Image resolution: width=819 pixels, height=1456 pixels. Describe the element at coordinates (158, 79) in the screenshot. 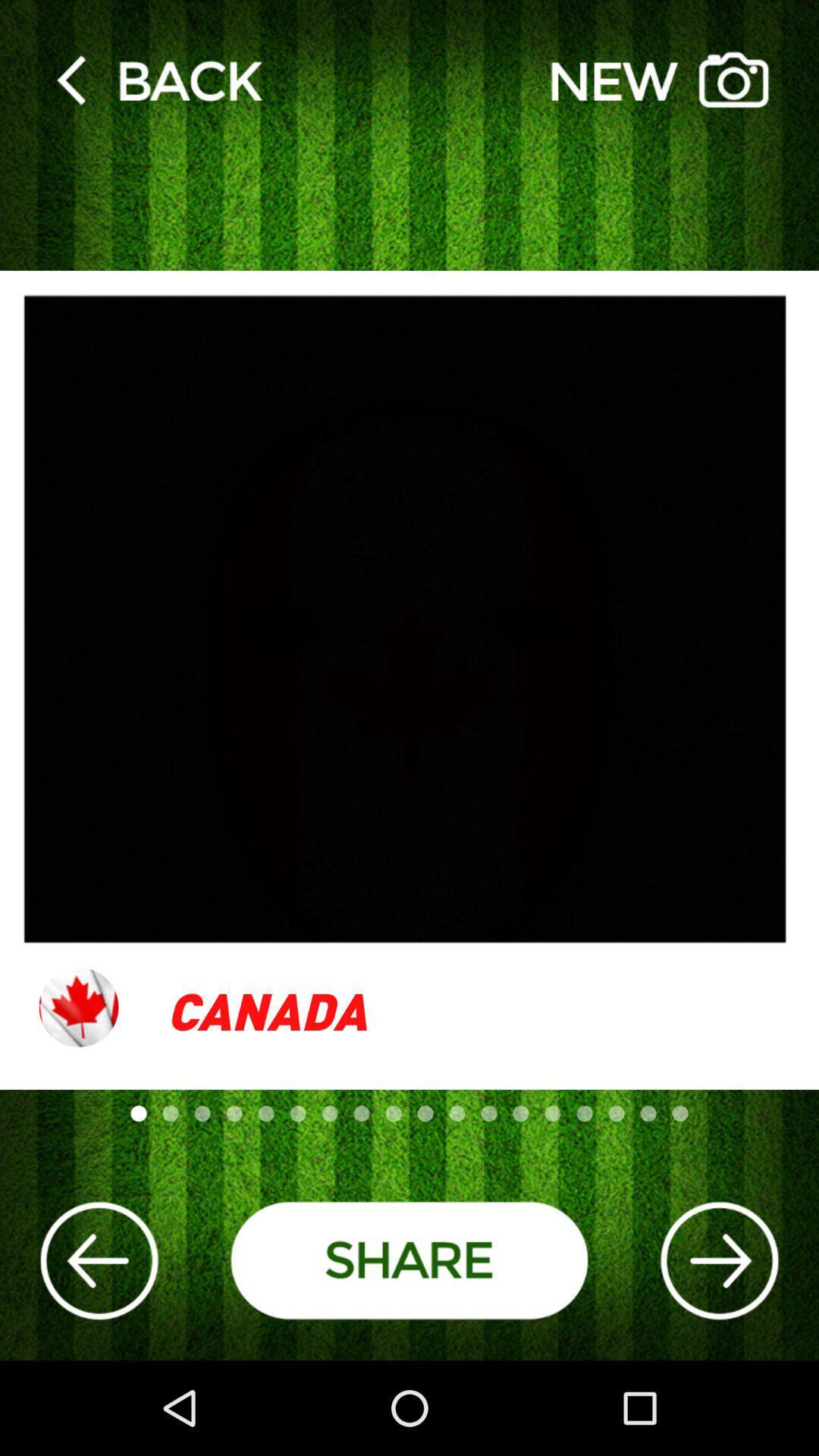

I see `go back` at that location.